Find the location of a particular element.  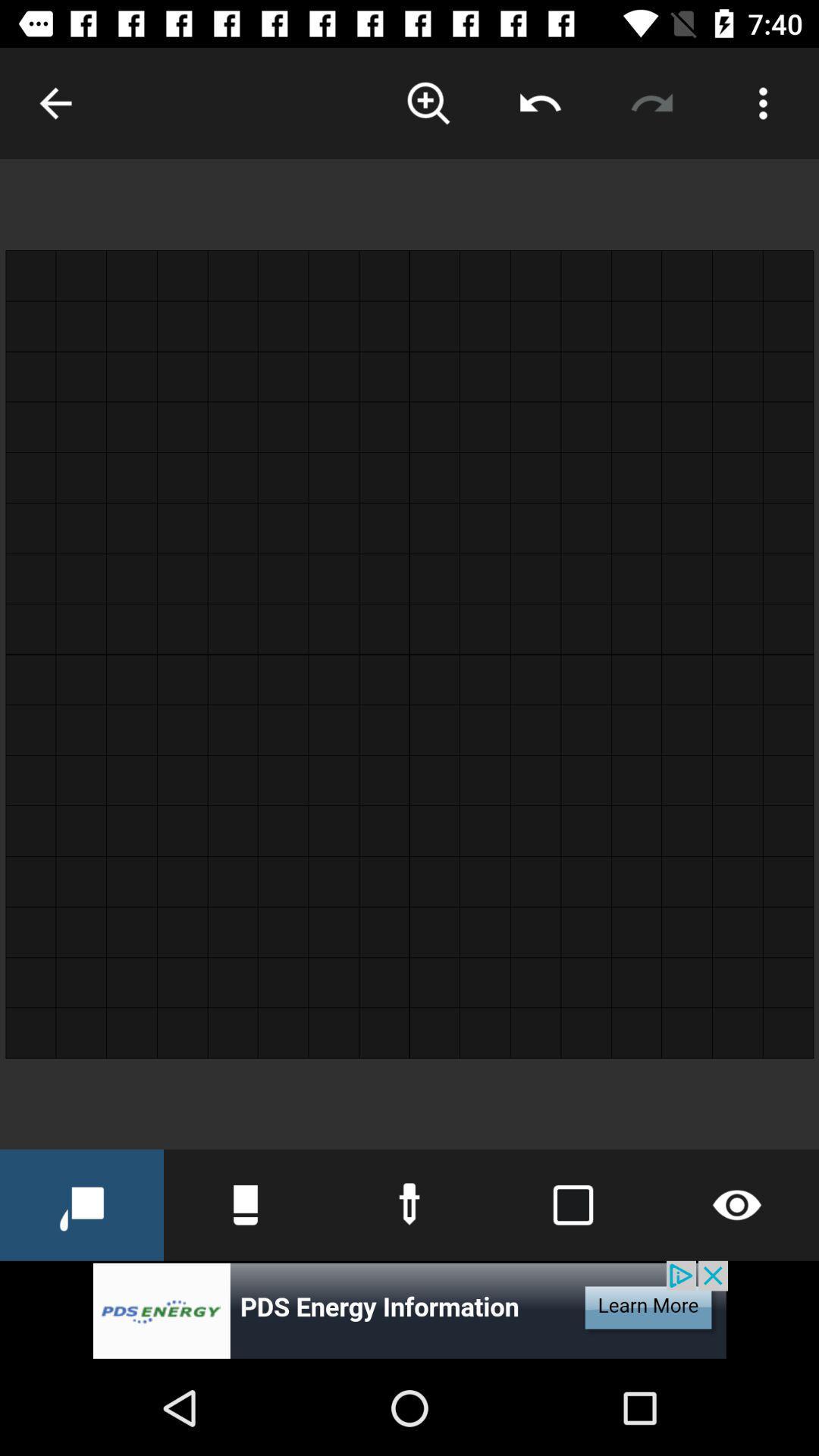

undo action is located at coordinates (539, 102).